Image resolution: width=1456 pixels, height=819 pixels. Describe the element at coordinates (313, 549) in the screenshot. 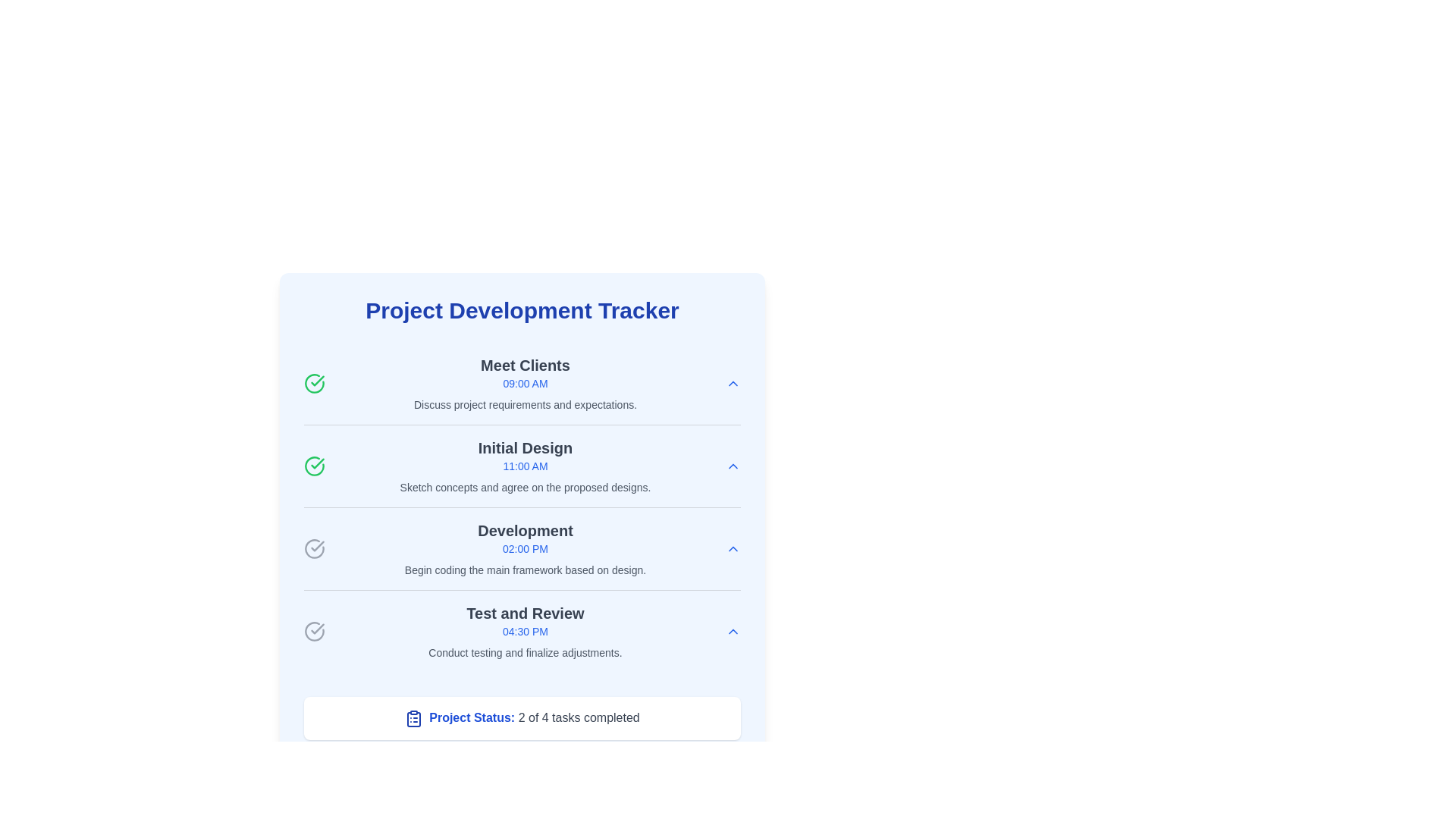

I see `the status icon indicating the completion or progress state of the task in the 'Development' section, positioned next to 'Development' and '02:00 PM.'` at that location.